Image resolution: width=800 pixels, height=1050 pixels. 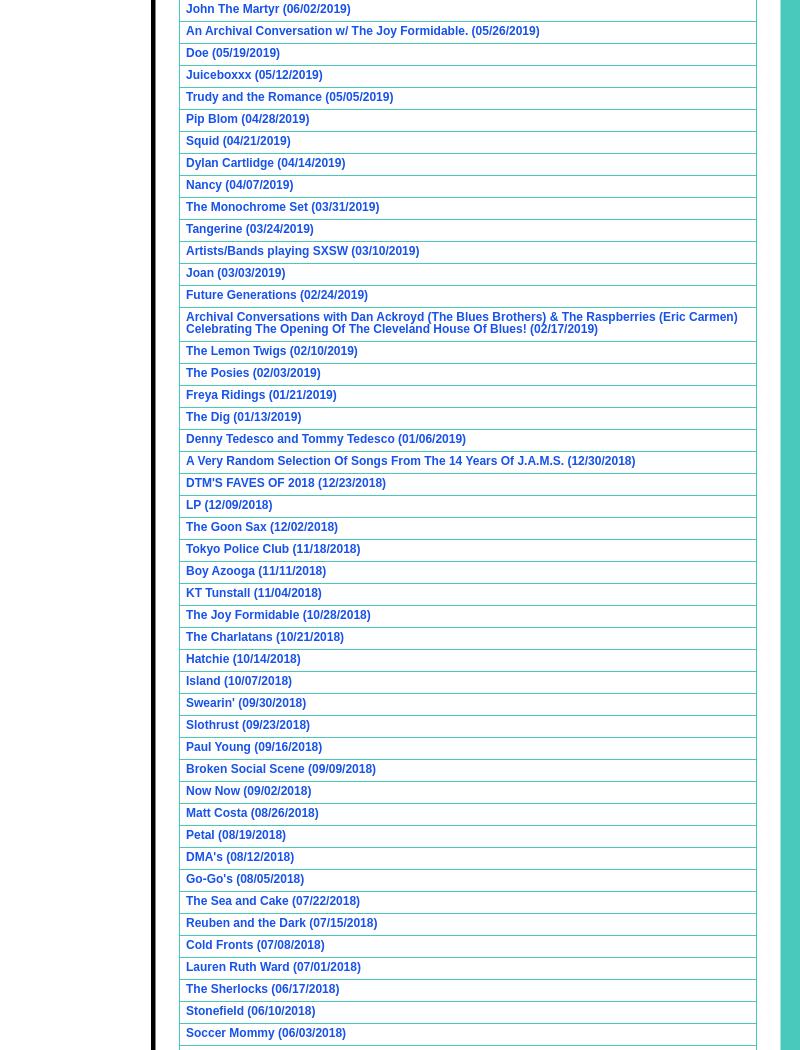 I want to click on 'The Sea and Cake (07/22/2018)', so click(x=272, y=901).